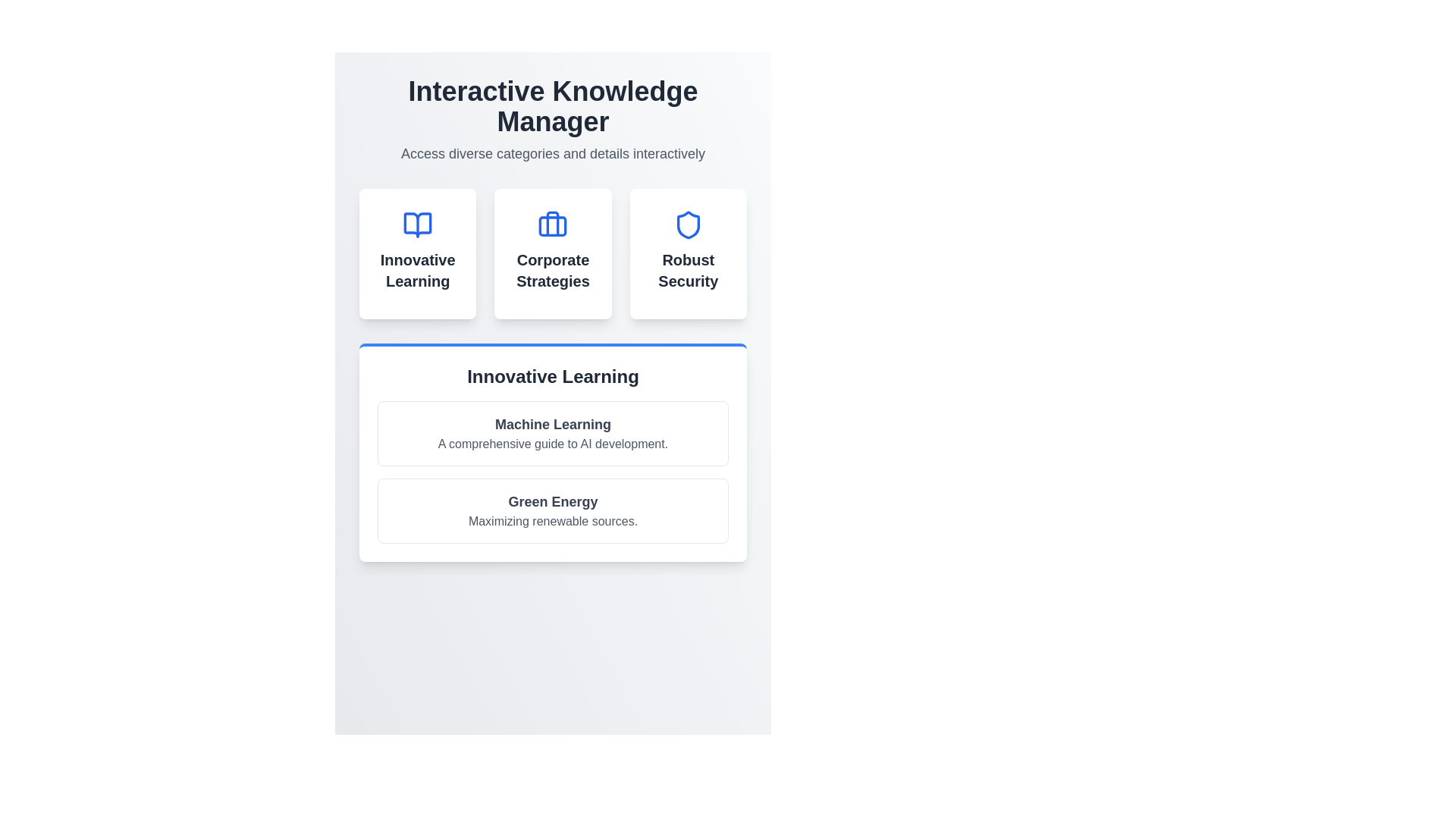 The width and height of the screenshot is (1456, 819). I want to click on main title text element located at the top center of the main page view, which is larger and bolder than the subtitle beneath it, so click(552, 106).